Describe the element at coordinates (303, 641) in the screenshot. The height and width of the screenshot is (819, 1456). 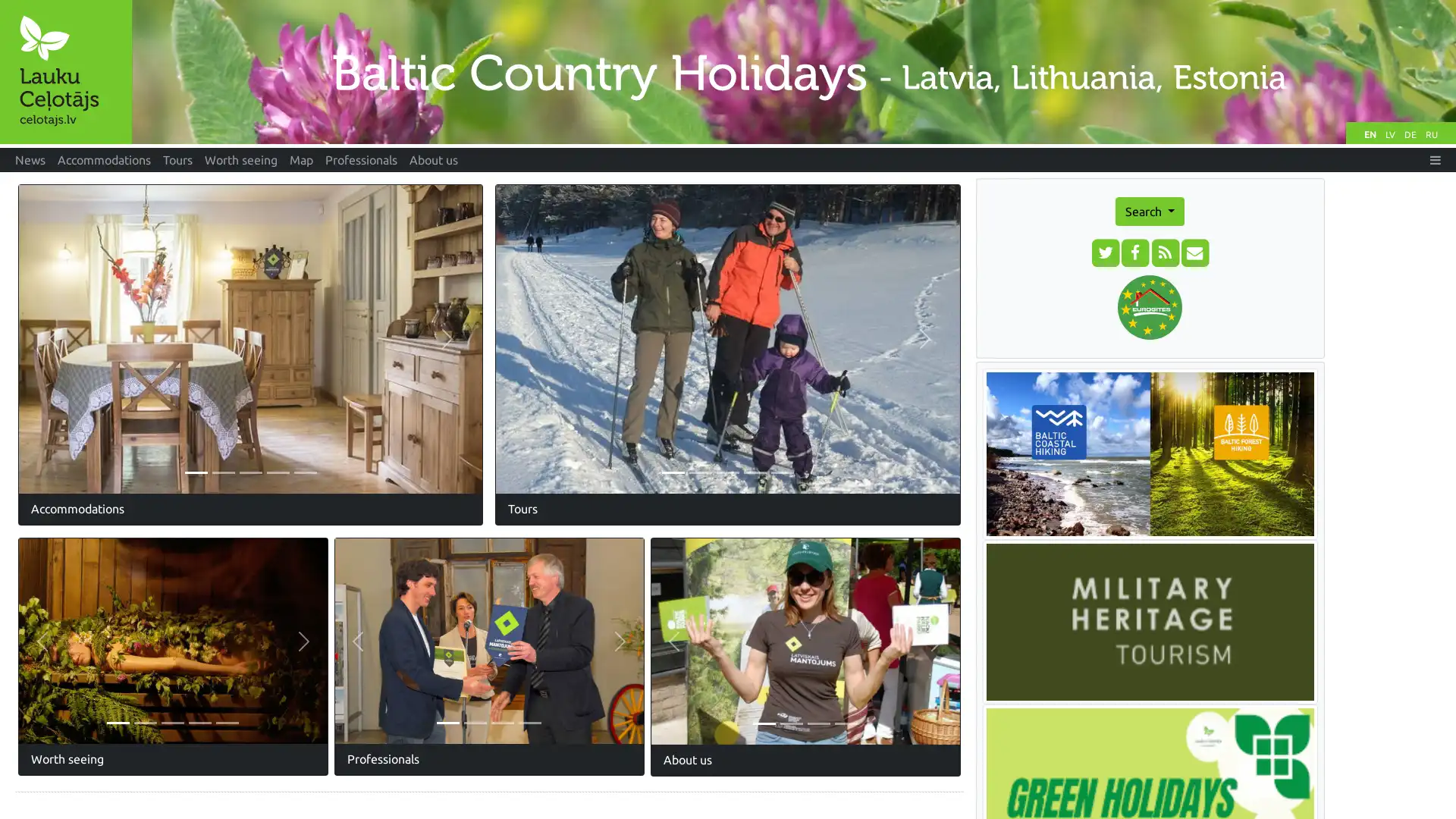
I see `Next` at that location.